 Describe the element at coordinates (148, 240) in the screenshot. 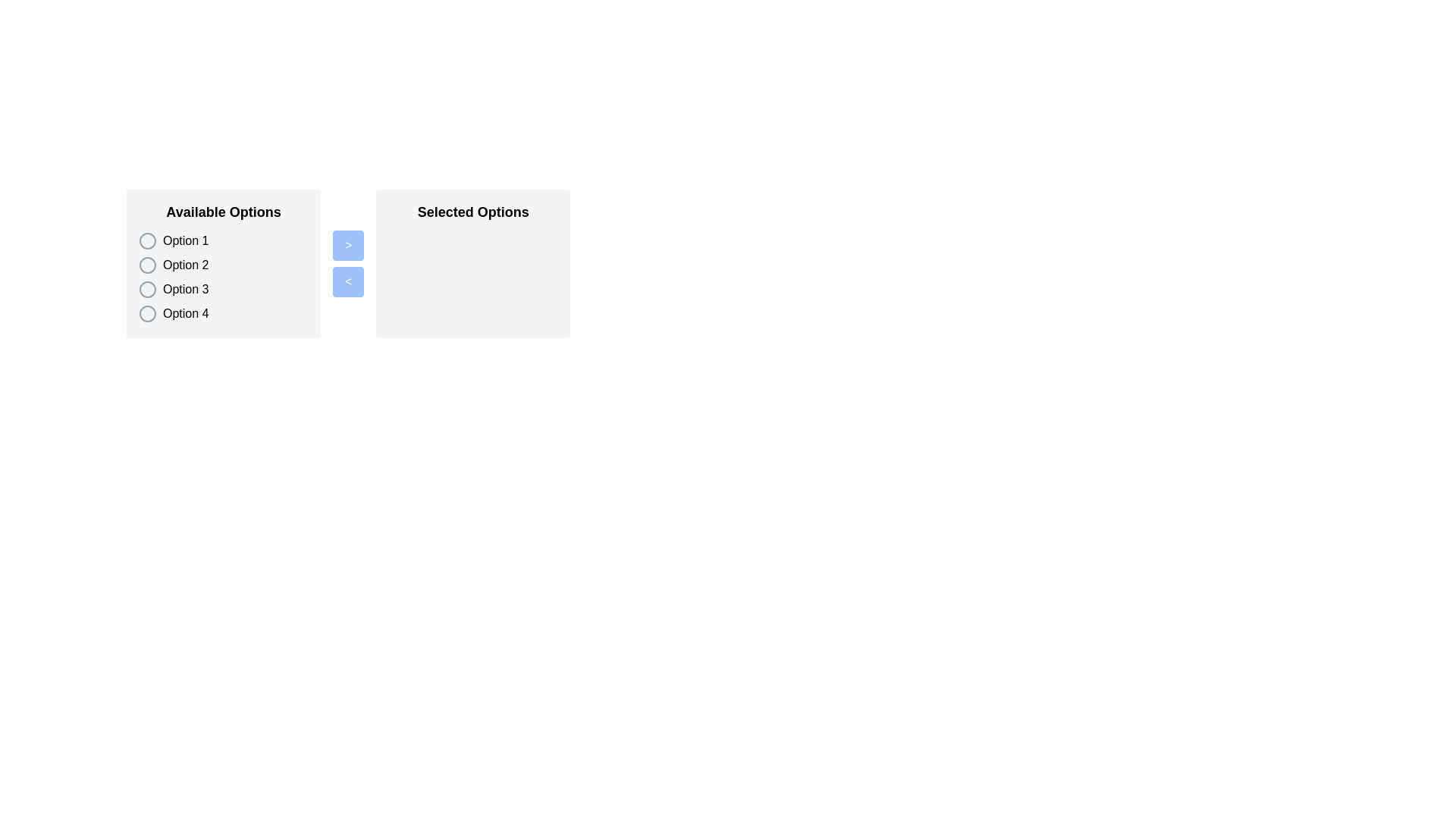

I see `the first circular marker of the radio button group labeled 'Option 1'` at that location.